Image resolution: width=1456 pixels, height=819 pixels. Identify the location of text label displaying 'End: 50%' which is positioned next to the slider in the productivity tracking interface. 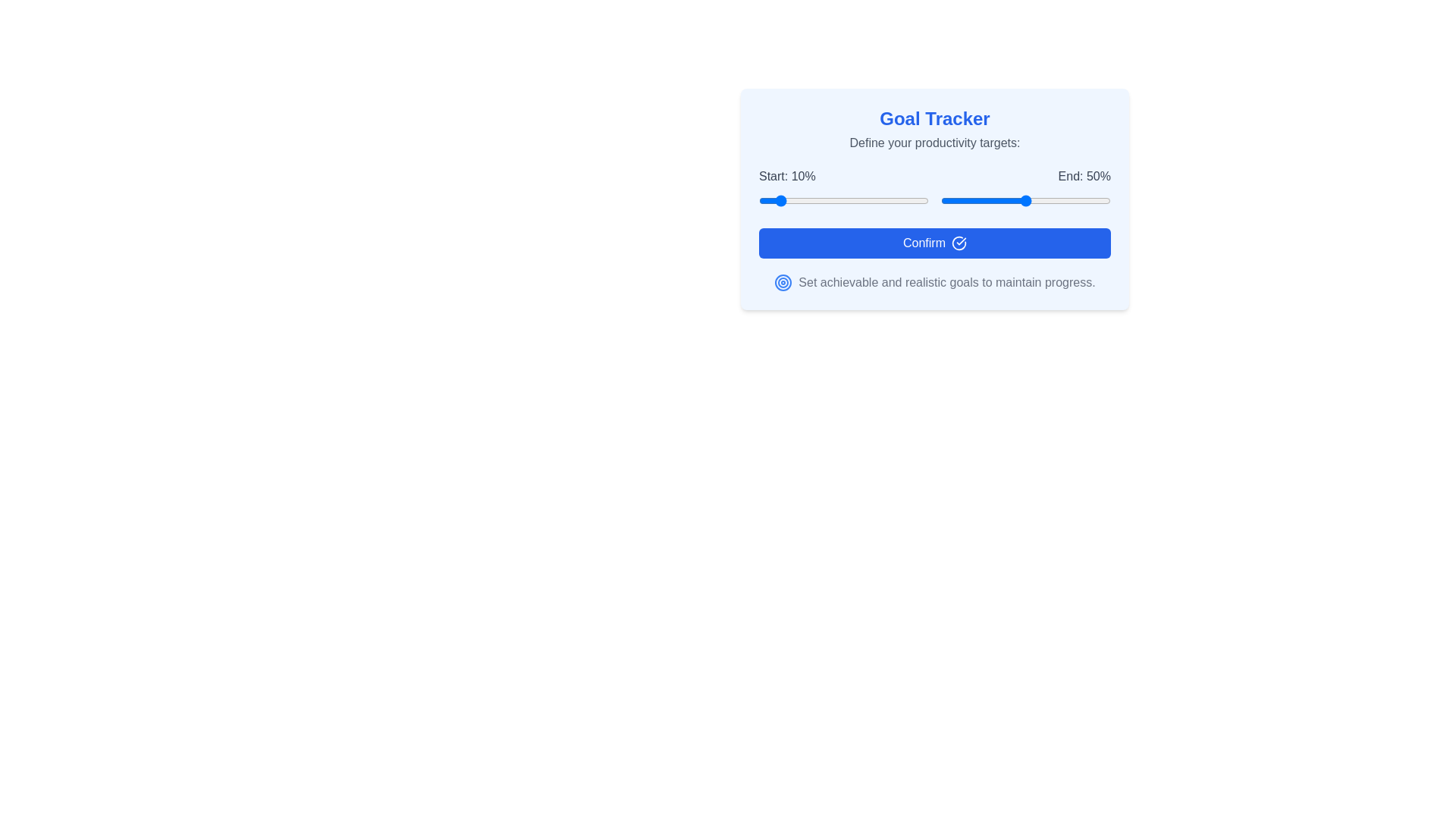
(1084, 175).